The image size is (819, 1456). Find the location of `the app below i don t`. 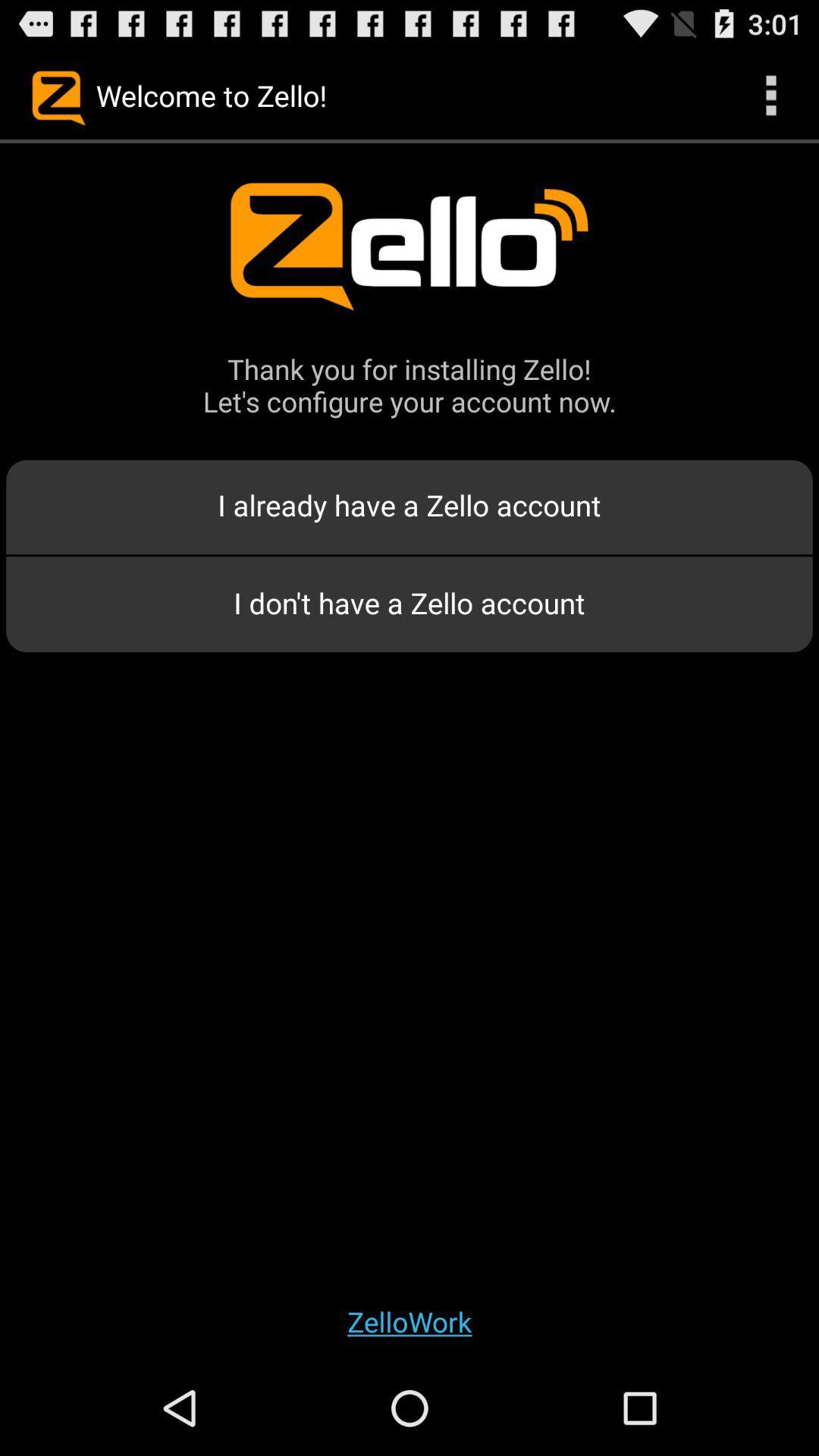

the app below i don t is located at coordinates (409, 1320).